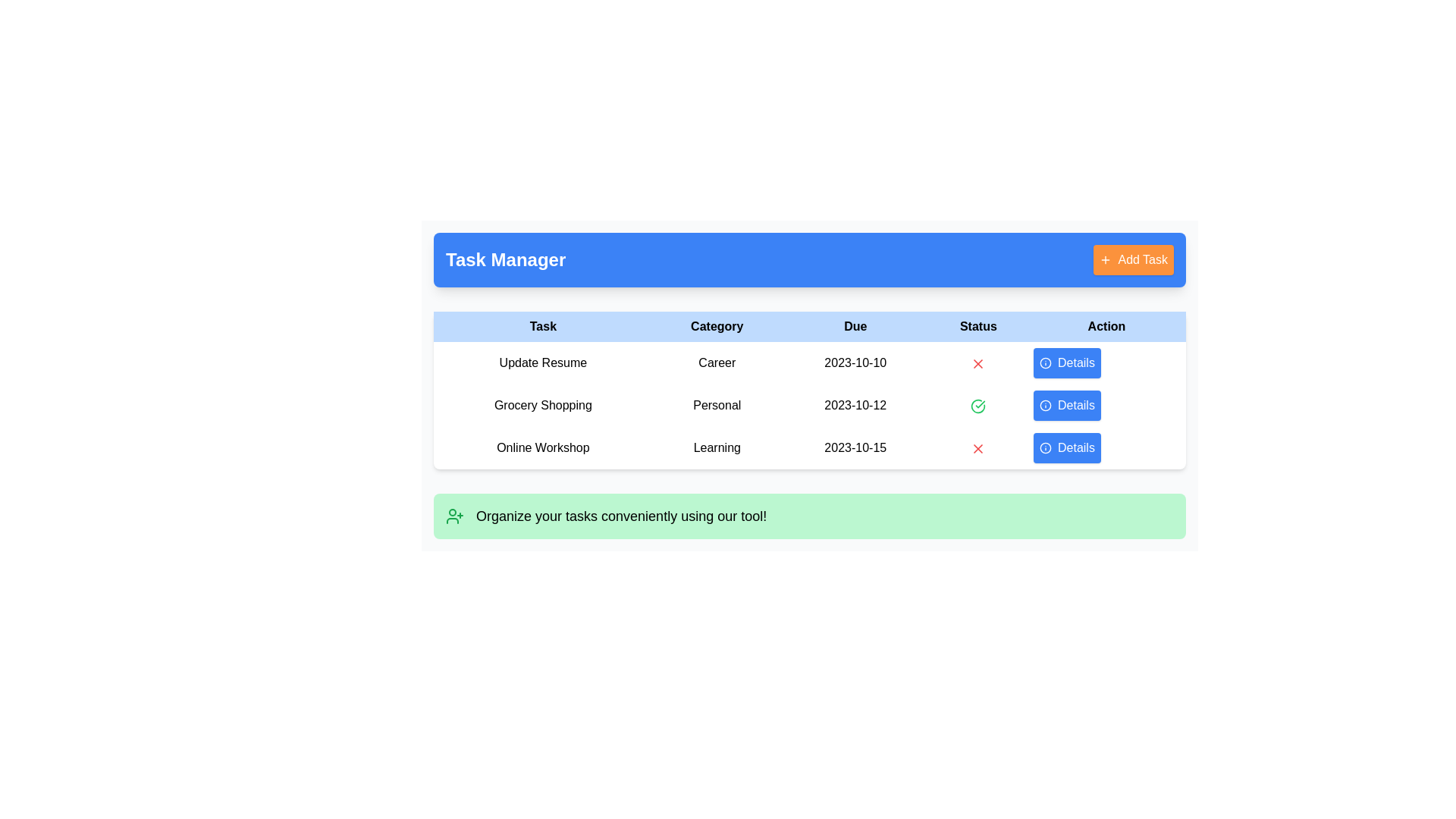 The image size is (1456, 819). What do you see at coordinates (978, 405) in the screenshot?
I see `the non-interactive status indicator located in the fourth column of the 'Grocery Shopping' task row, positioned to the right of the due date '2023-10-12'` at bounding box center [978, 405].